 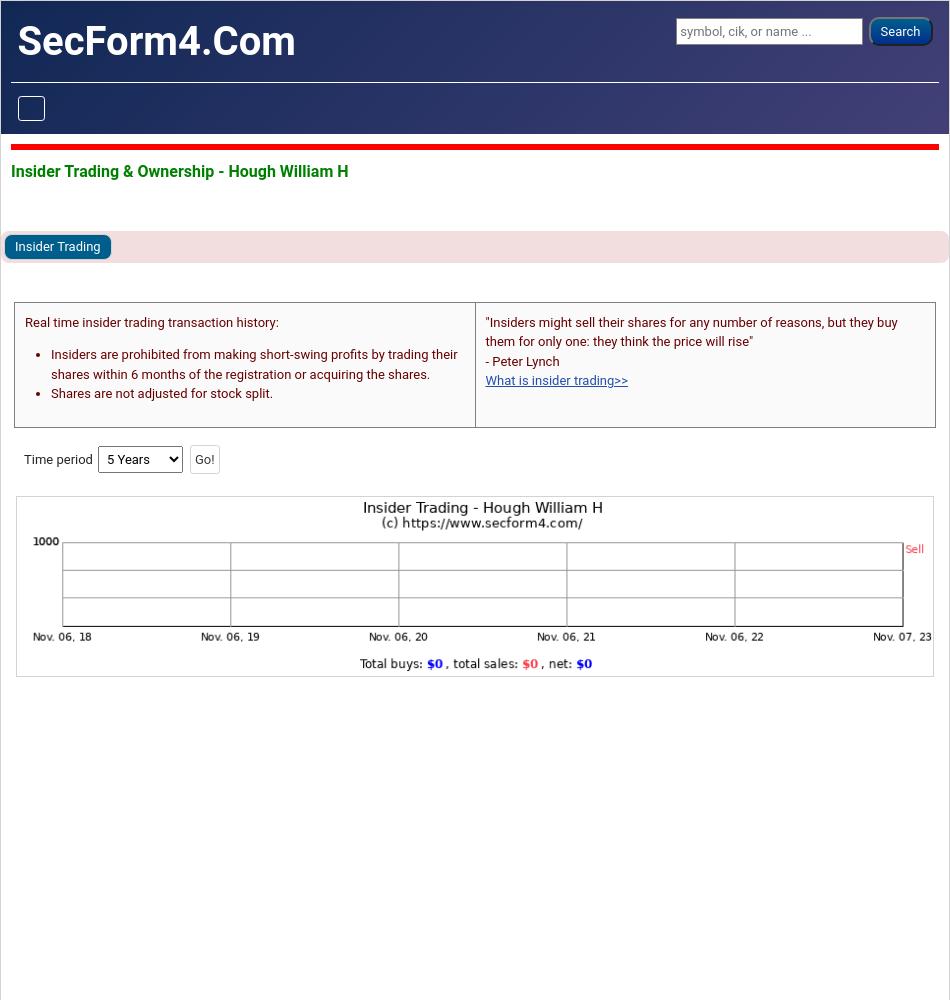 I want to click on 'Time period', so click(x=58, y=457).